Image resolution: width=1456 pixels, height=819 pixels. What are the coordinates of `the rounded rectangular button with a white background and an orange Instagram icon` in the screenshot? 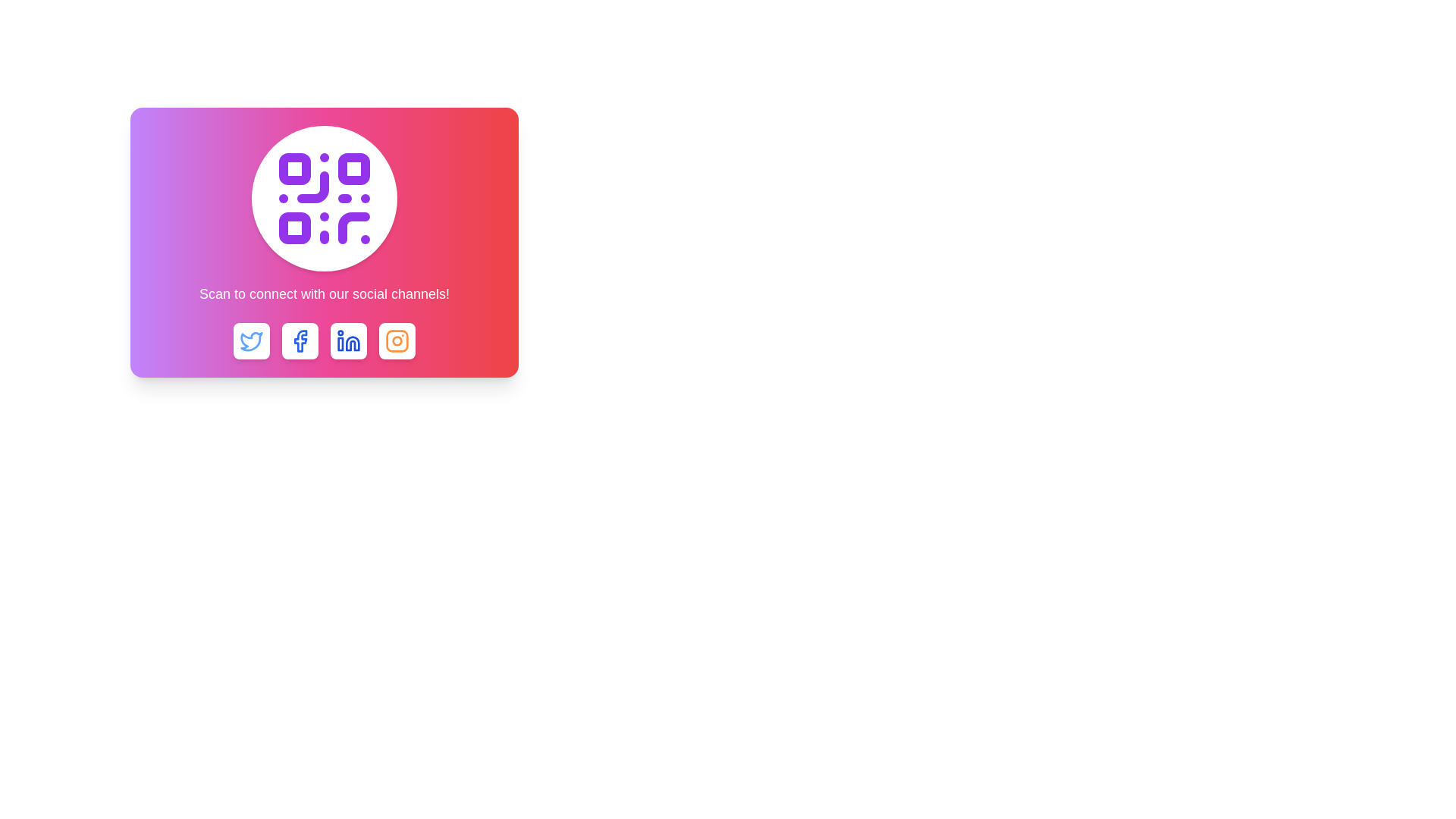 It's located at (397, 341).